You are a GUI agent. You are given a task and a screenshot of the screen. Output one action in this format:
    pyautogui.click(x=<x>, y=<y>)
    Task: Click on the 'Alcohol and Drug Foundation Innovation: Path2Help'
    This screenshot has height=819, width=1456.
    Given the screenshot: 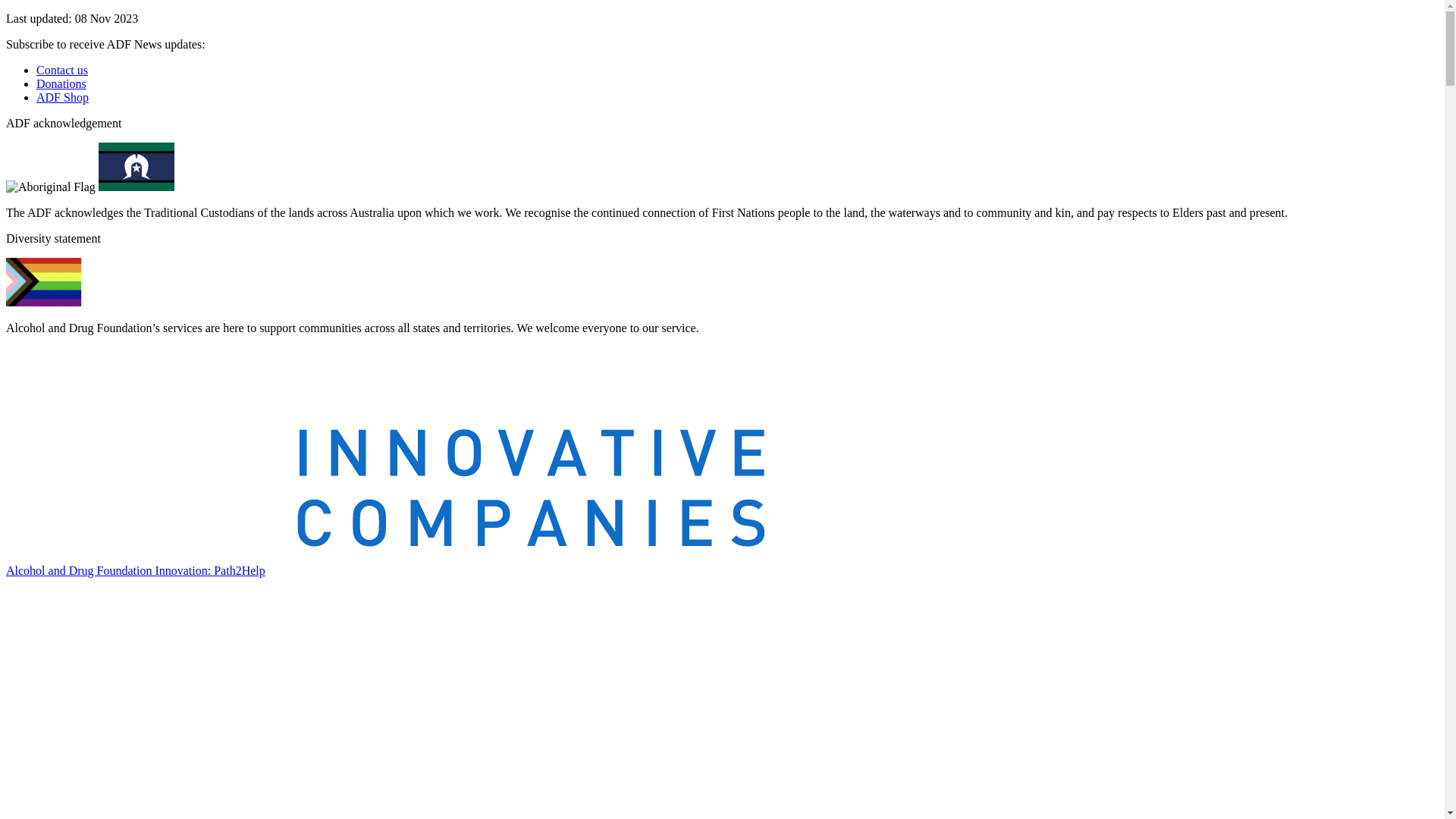 What is the action you would take?
    pyautogui.click(x=135, y=570)
    